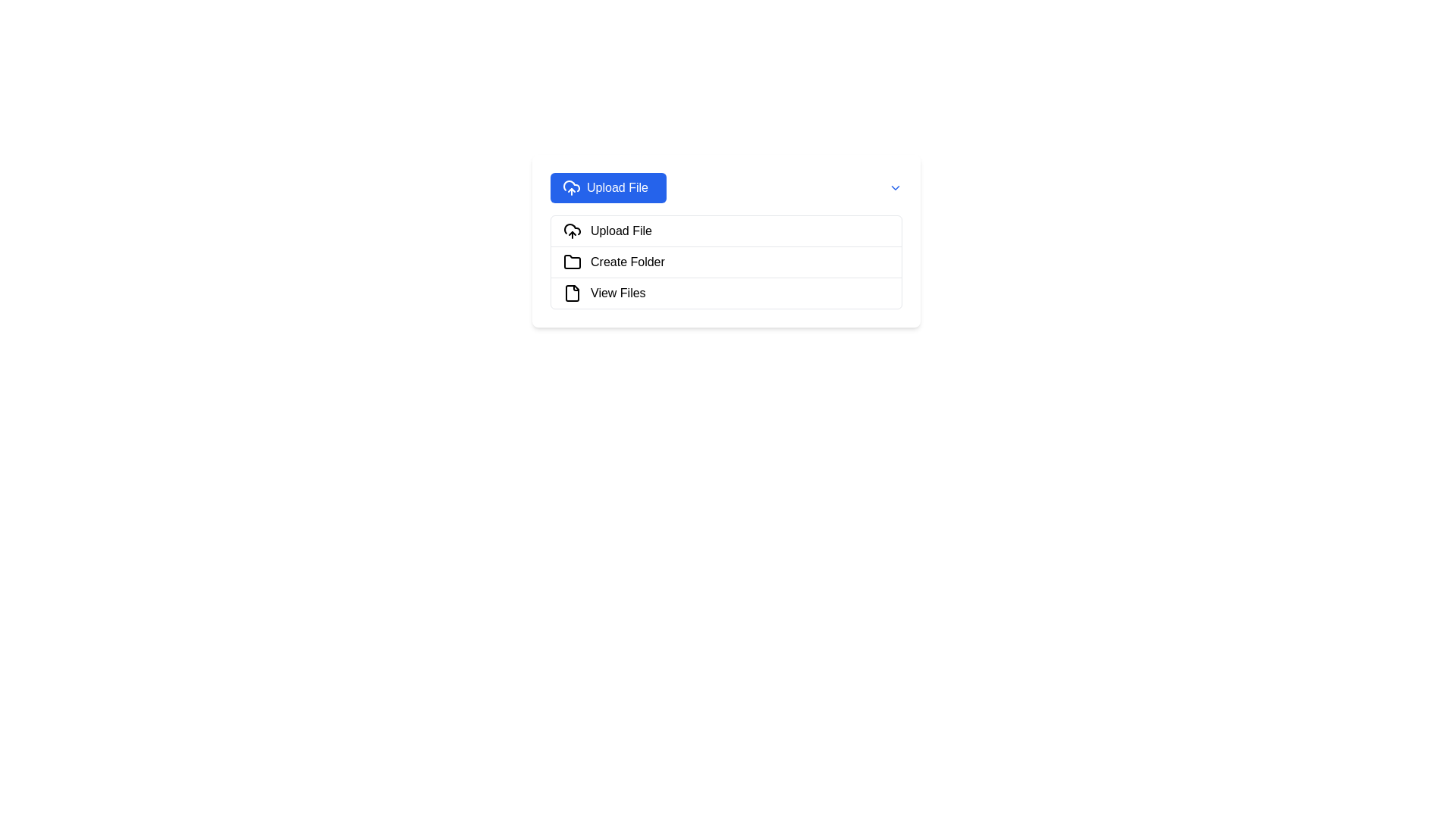 The image size is (1456, 819). What do you see at coordinates (621, 231) in the screenshot?
I see `the 'Upload File' text label in the dropdown menu` at bounding box center [621, 231].